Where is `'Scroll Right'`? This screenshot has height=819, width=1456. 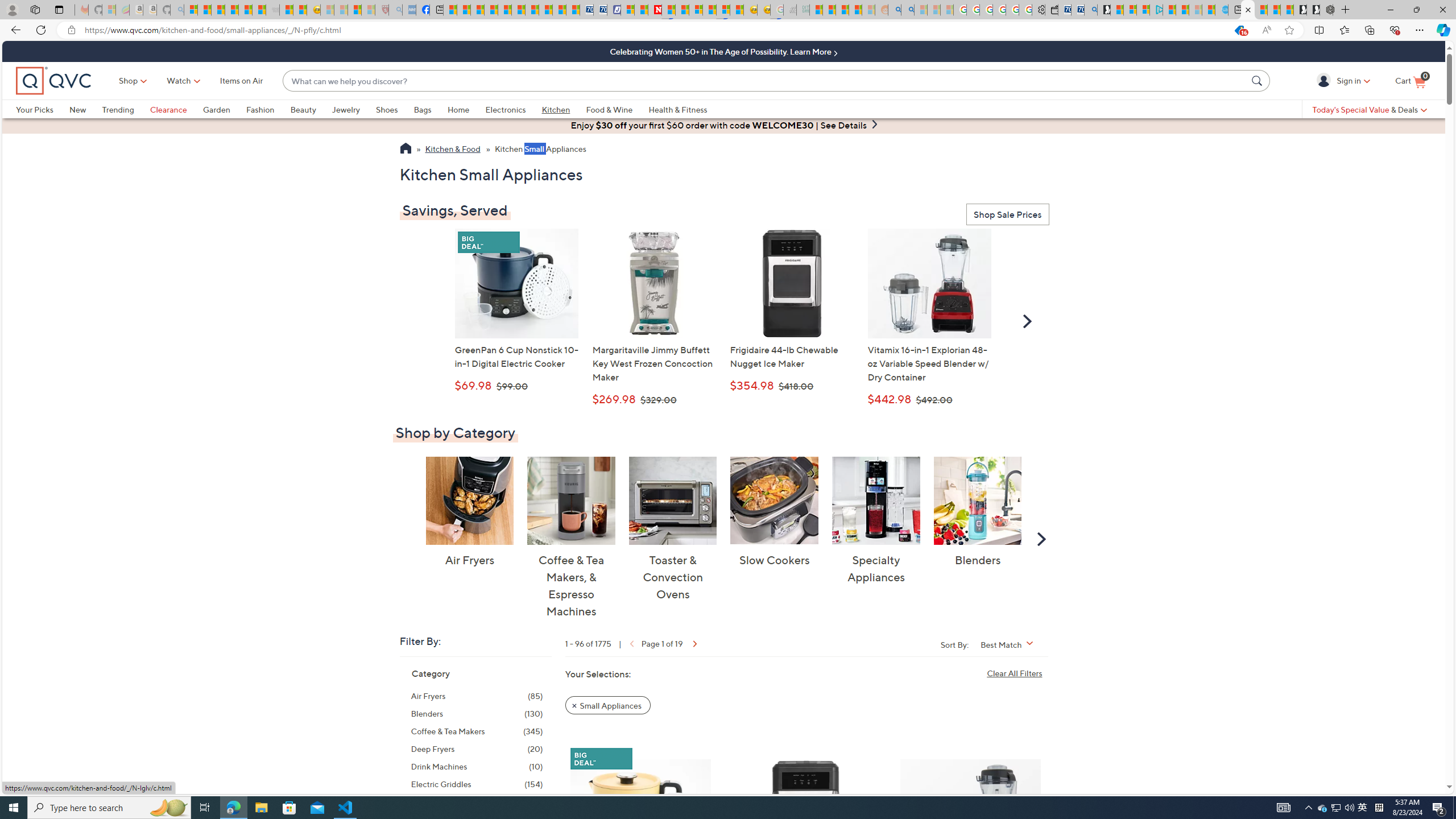 'Scroll Right' is located at coordinates (1041, 537).